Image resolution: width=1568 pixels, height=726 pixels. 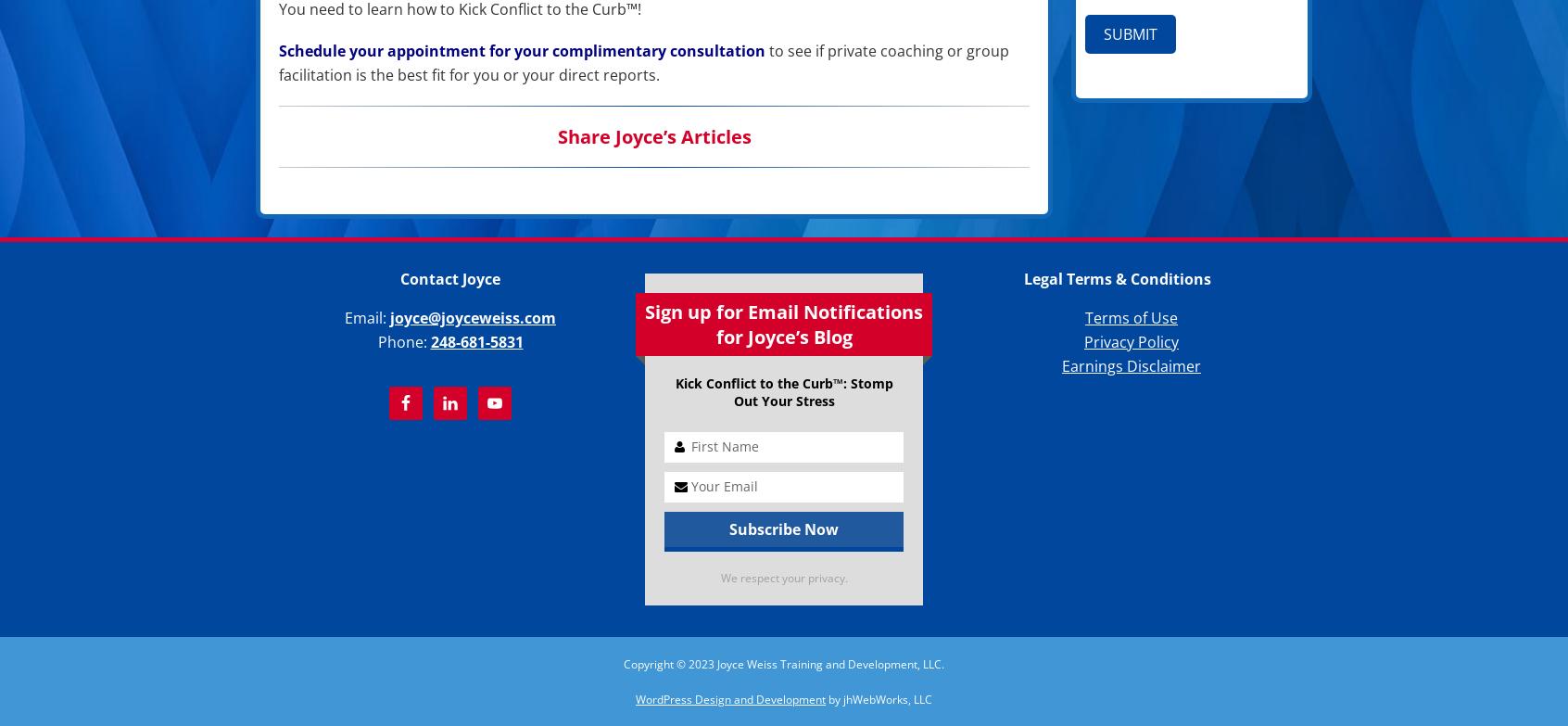 What do you see at coordinates (476, 342) in the screenshot?
I see `'248-681-5831'` at bounding box center [476, 342].